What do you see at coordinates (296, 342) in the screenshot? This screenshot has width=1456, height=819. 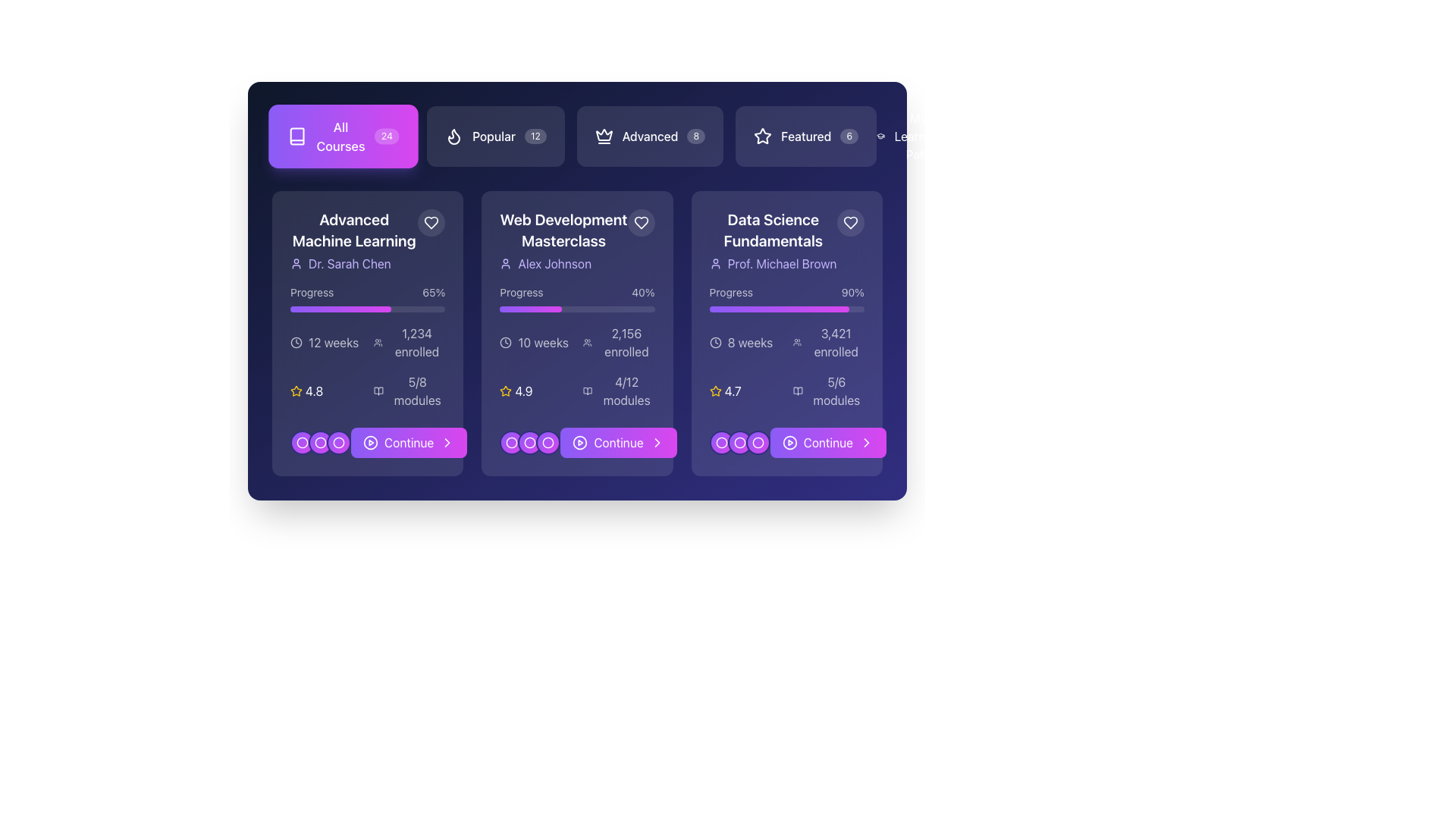 I see `the duration indicator icon (circle representation) located in the leftmost card under the 'Advanced Machine Learning' category, next to the text '12 weeks'` at bounding box center [296, 342].